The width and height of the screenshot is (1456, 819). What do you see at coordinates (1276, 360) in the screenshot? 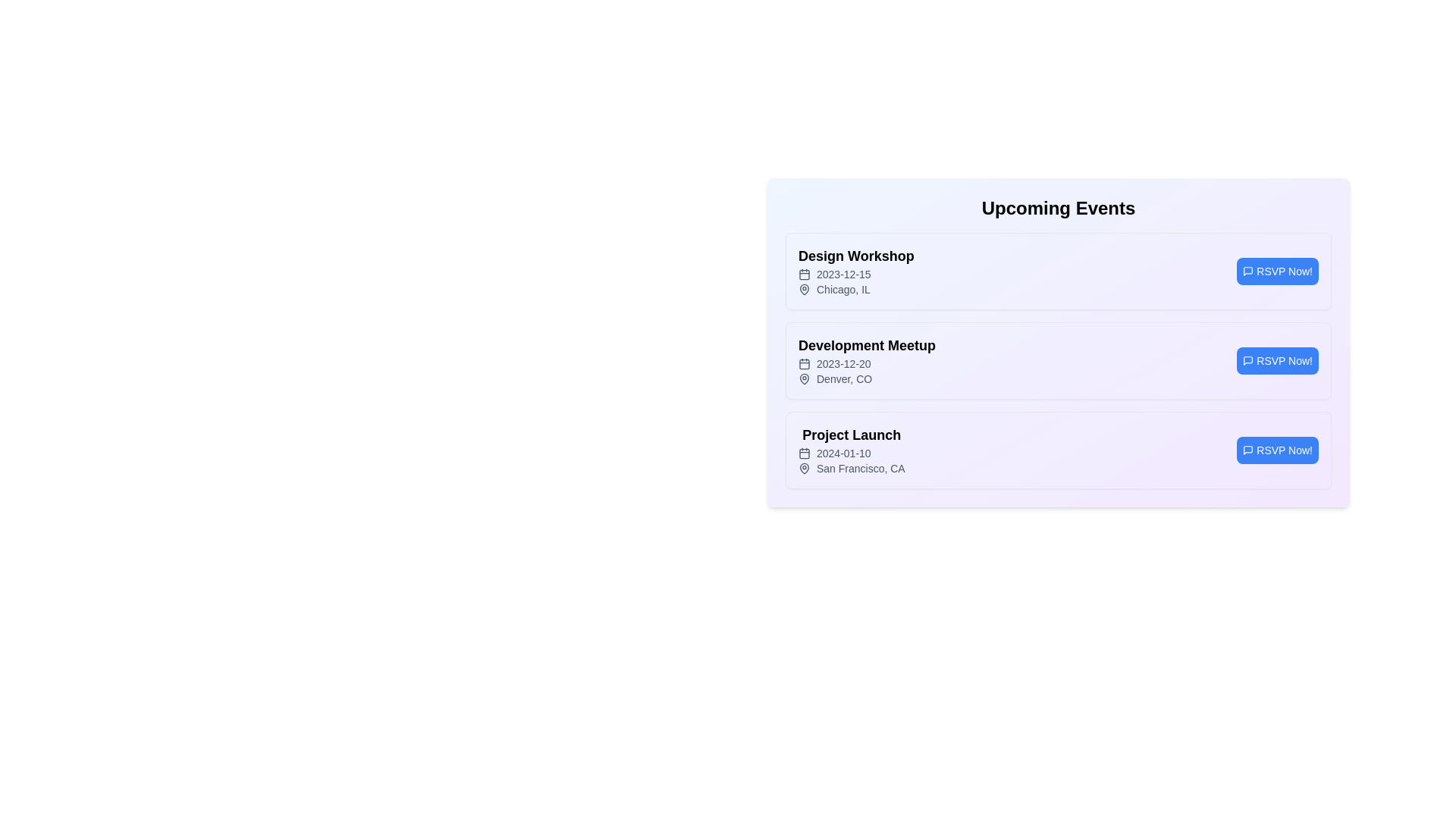
I see `the RSVP button for the event titled 'Development Meetup'` at bounding box center [1276, 360].